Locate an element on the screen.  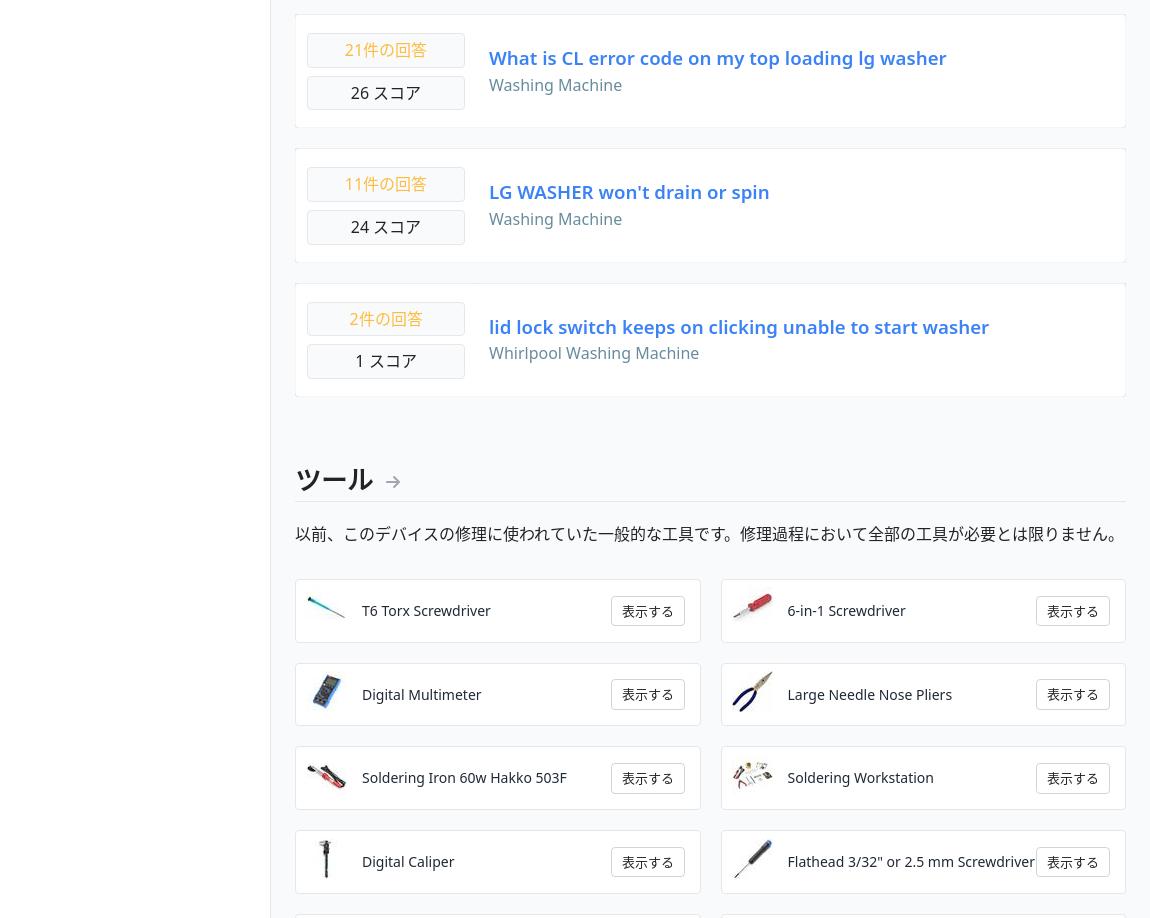
'What is CL error code on my top loading lg washer' is located at coordinates (716, 57).